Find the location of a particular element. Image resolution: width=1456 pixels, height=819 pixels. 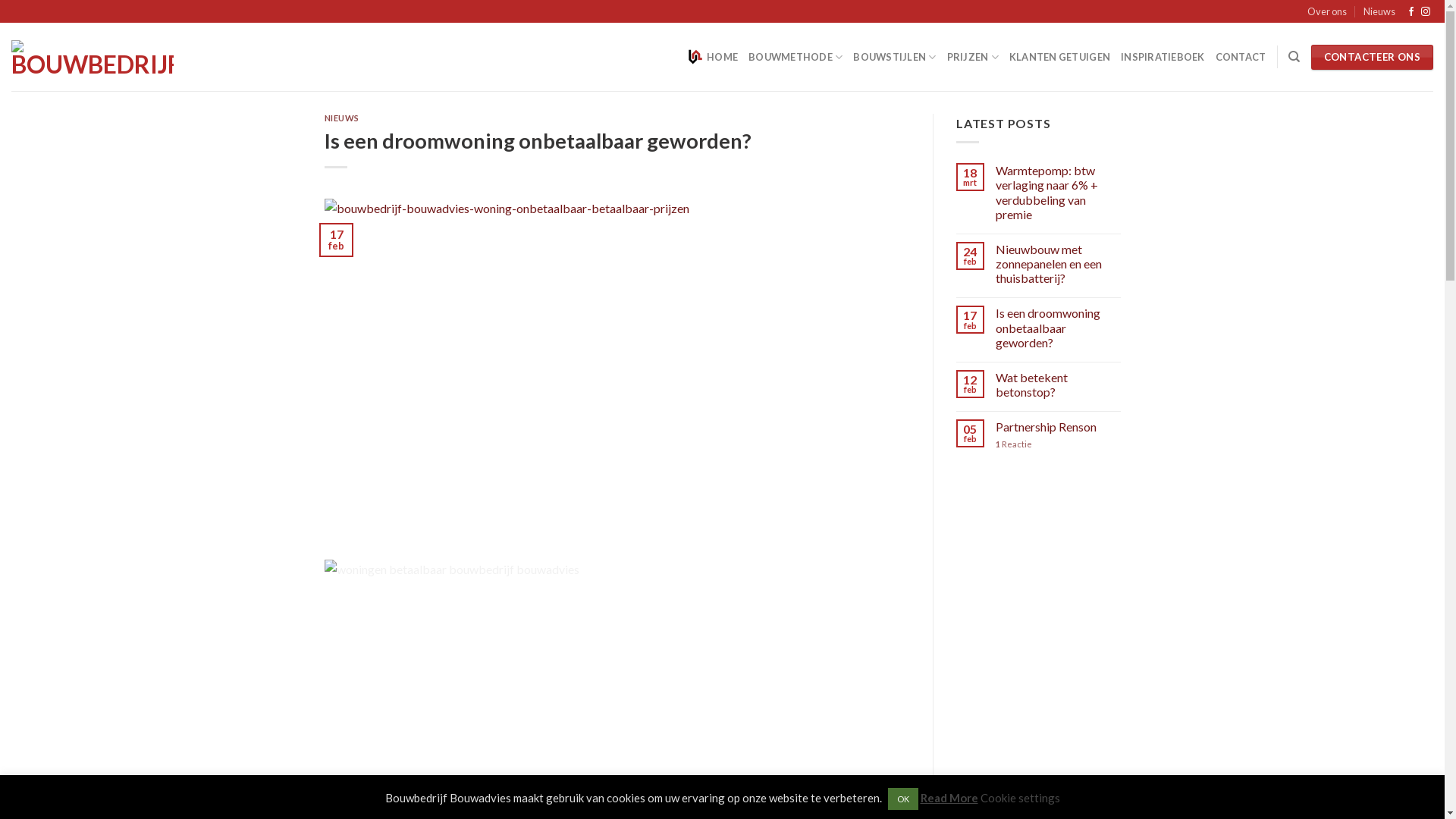

'PRIJZEN' is located at coordinates (972, 55).